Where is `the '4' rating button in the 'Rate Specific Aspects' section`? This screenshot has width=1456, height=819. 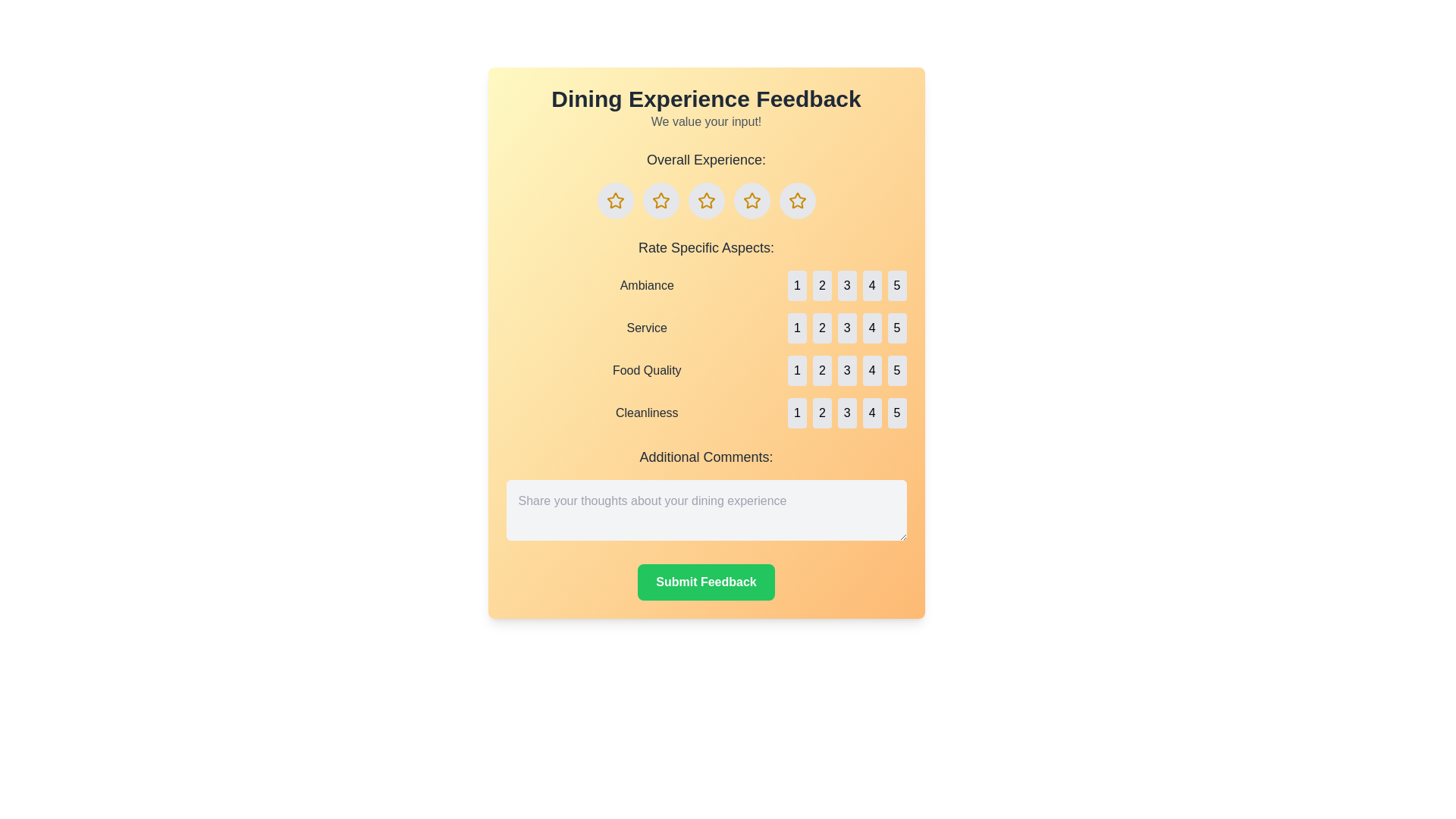 the '4' rating button in the 'Rate Specific Aspects' section is located at coordinates (872, 327).